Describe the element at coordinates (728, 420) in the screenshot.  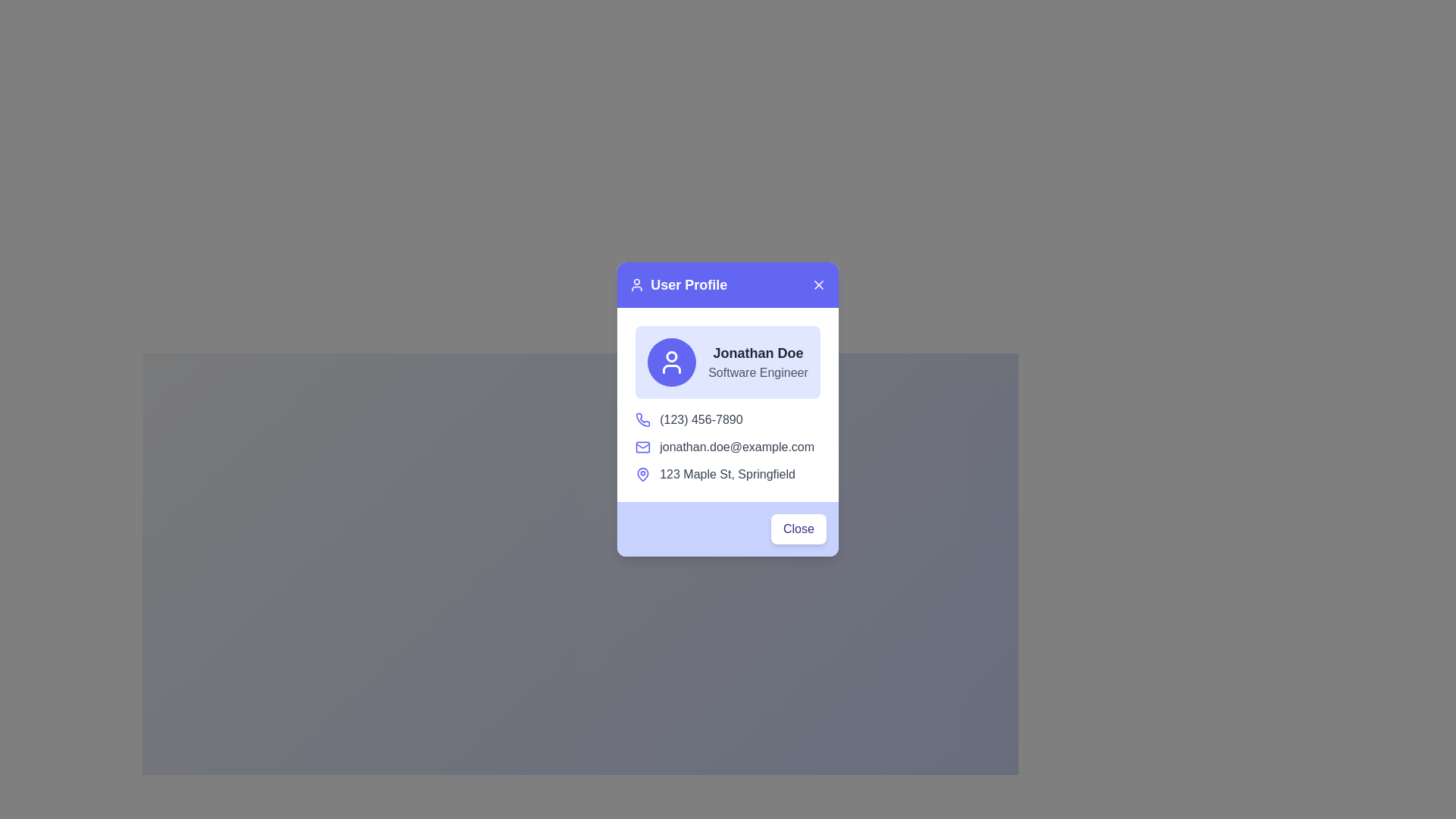
I see `phone number displayed in the text label located in the user profile card, which is the first row of contact details below the user's name and title` at that location.